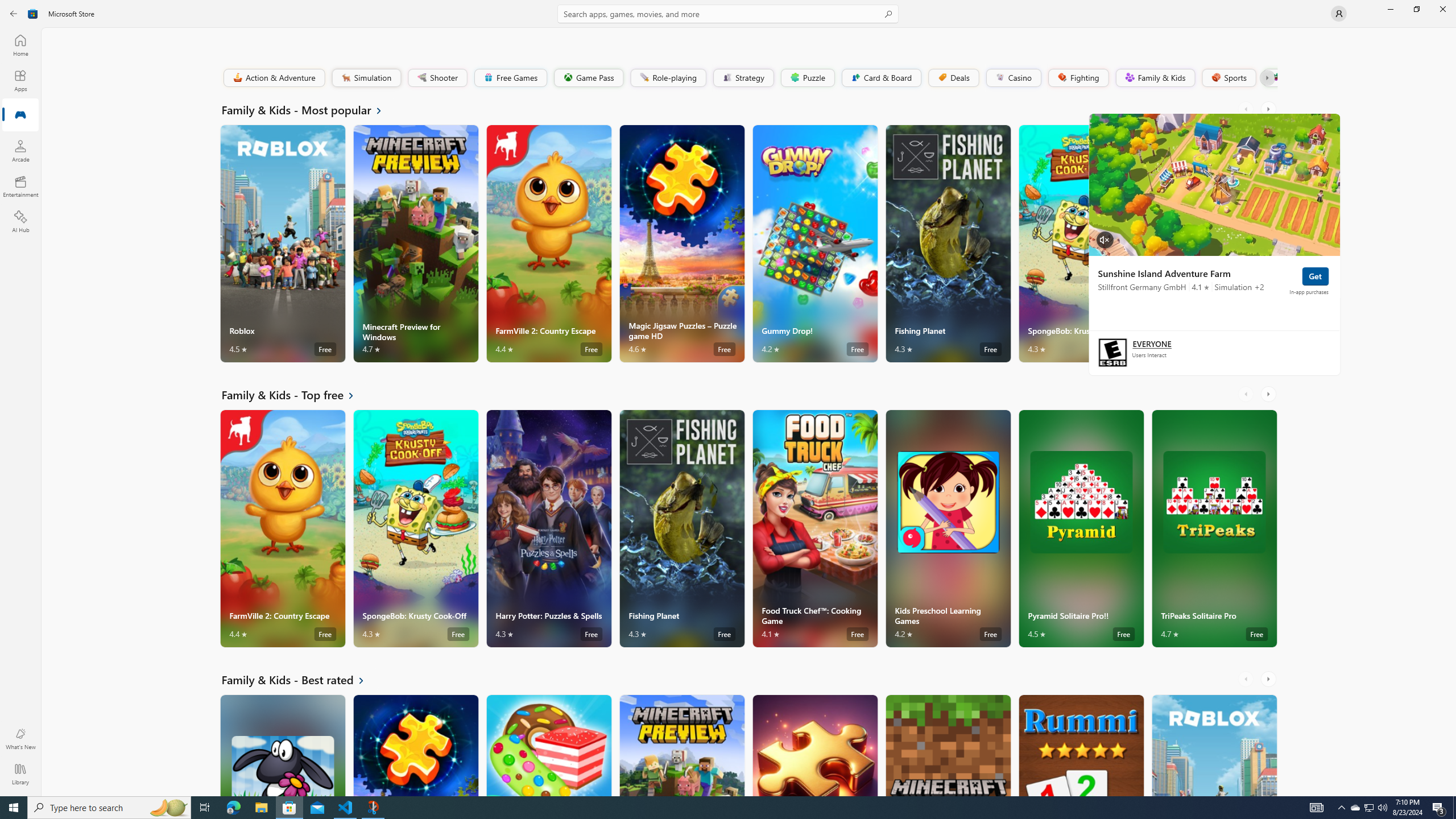  Describe the element at coordinates (1416, 9) in the screenshot. I see `'Restore Microsoft Store'` at that location.